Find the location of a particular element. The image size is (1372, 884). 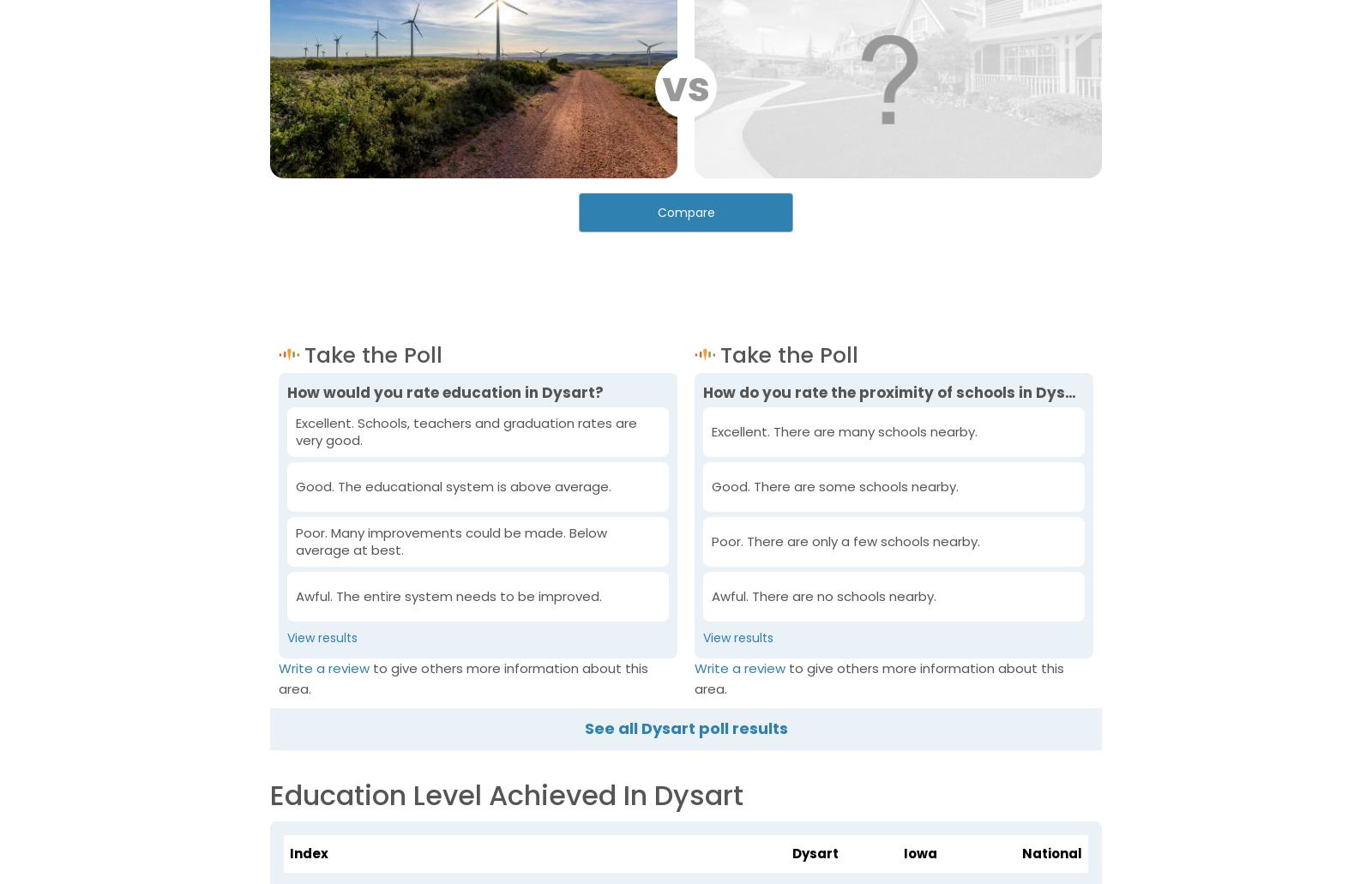

'Excellent. There are many schools nearby.' is located at coordinates (843, 431).